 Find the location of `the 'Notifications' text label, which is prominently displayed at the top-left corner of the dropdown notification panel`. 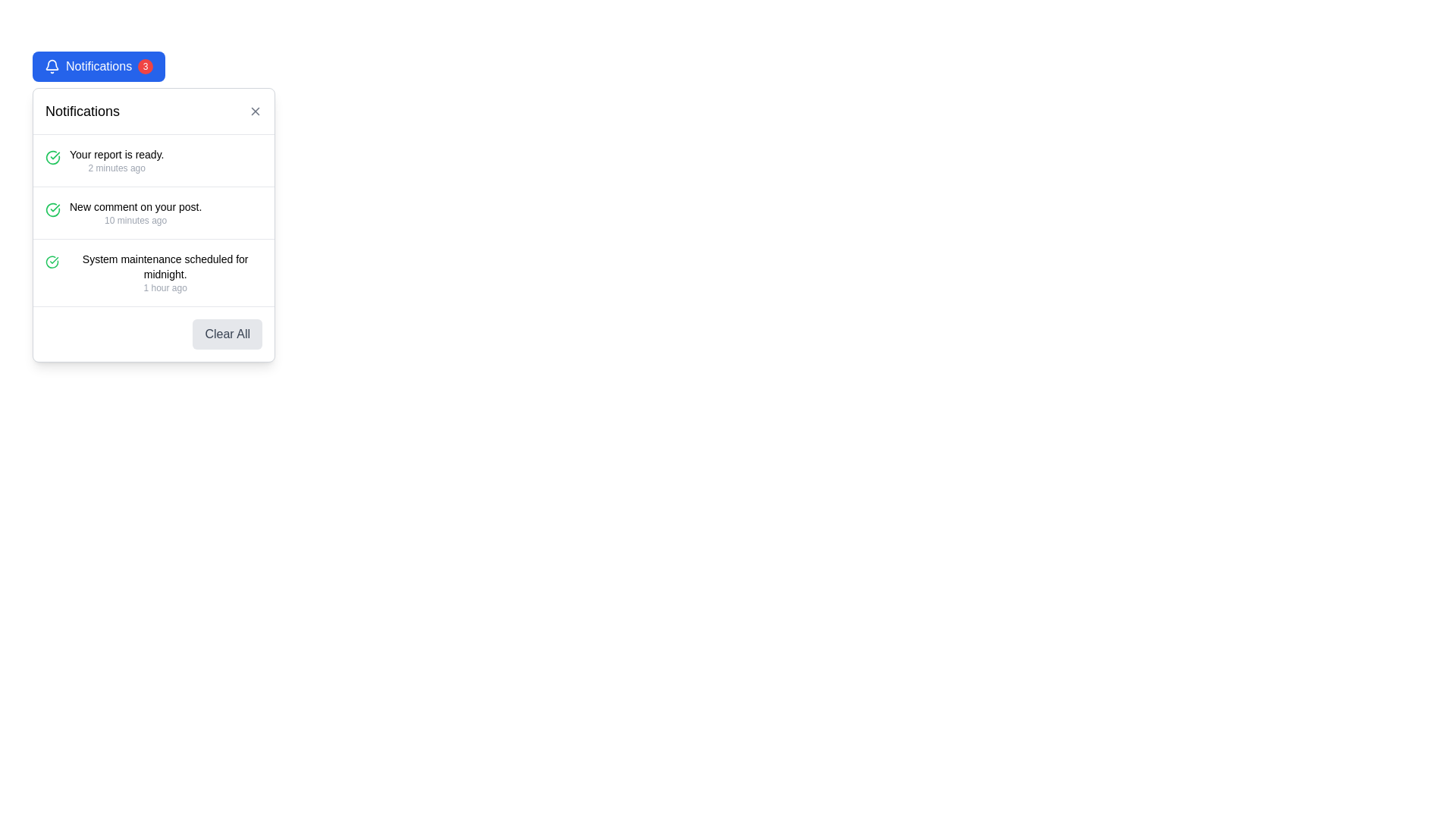

the 'Notifications' text label, which is prominently displayed at the top-left corner of the dropdown notification panel is located at coordinates (82, 110).